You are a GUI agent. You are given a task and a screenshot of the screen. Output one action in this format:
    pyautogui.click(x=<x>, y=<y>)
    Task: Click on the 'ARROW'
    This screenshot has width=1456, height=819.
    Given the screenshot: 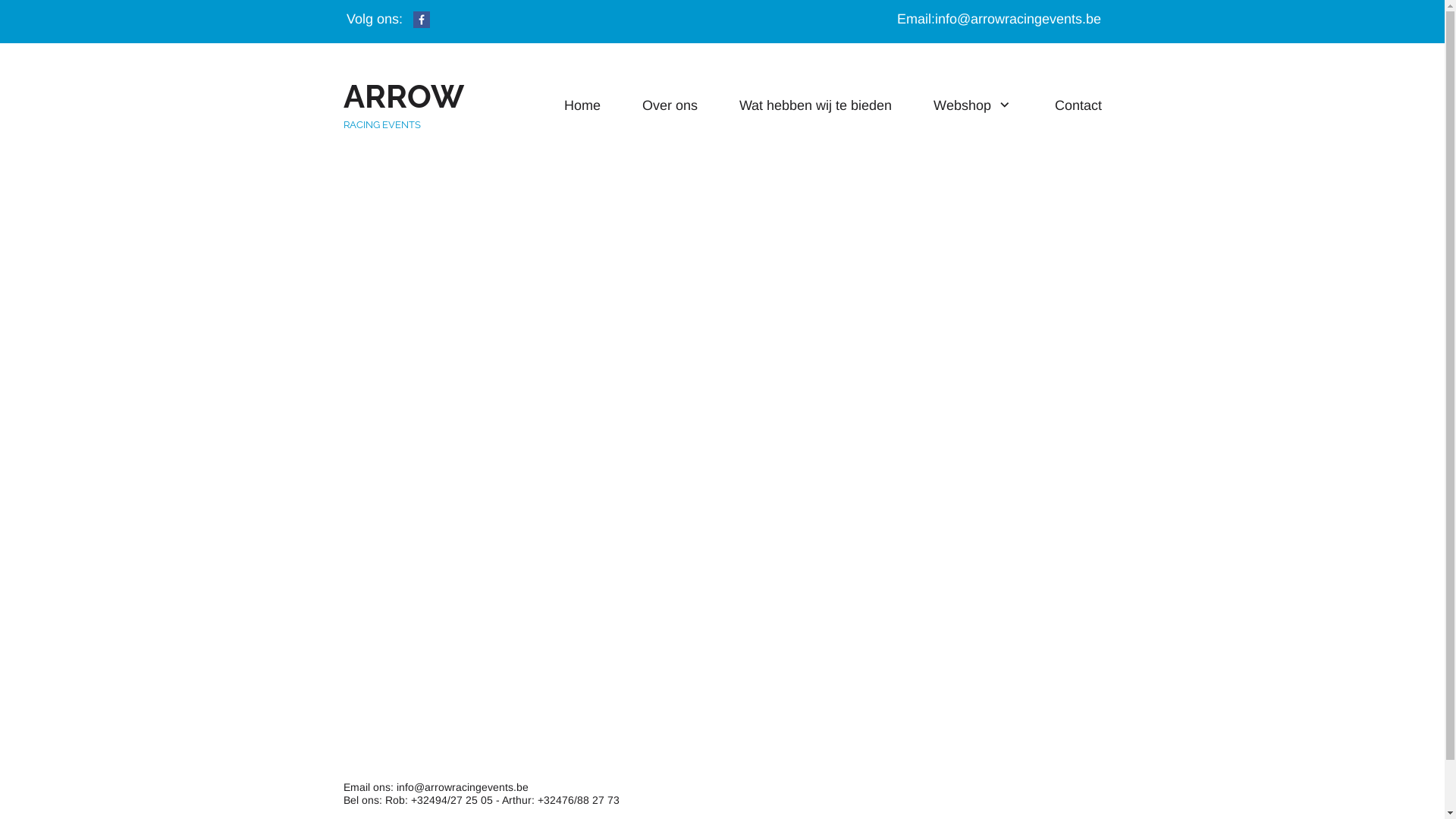 What is the action you would take?
    pyautogui.click(x=341, y=103)
    